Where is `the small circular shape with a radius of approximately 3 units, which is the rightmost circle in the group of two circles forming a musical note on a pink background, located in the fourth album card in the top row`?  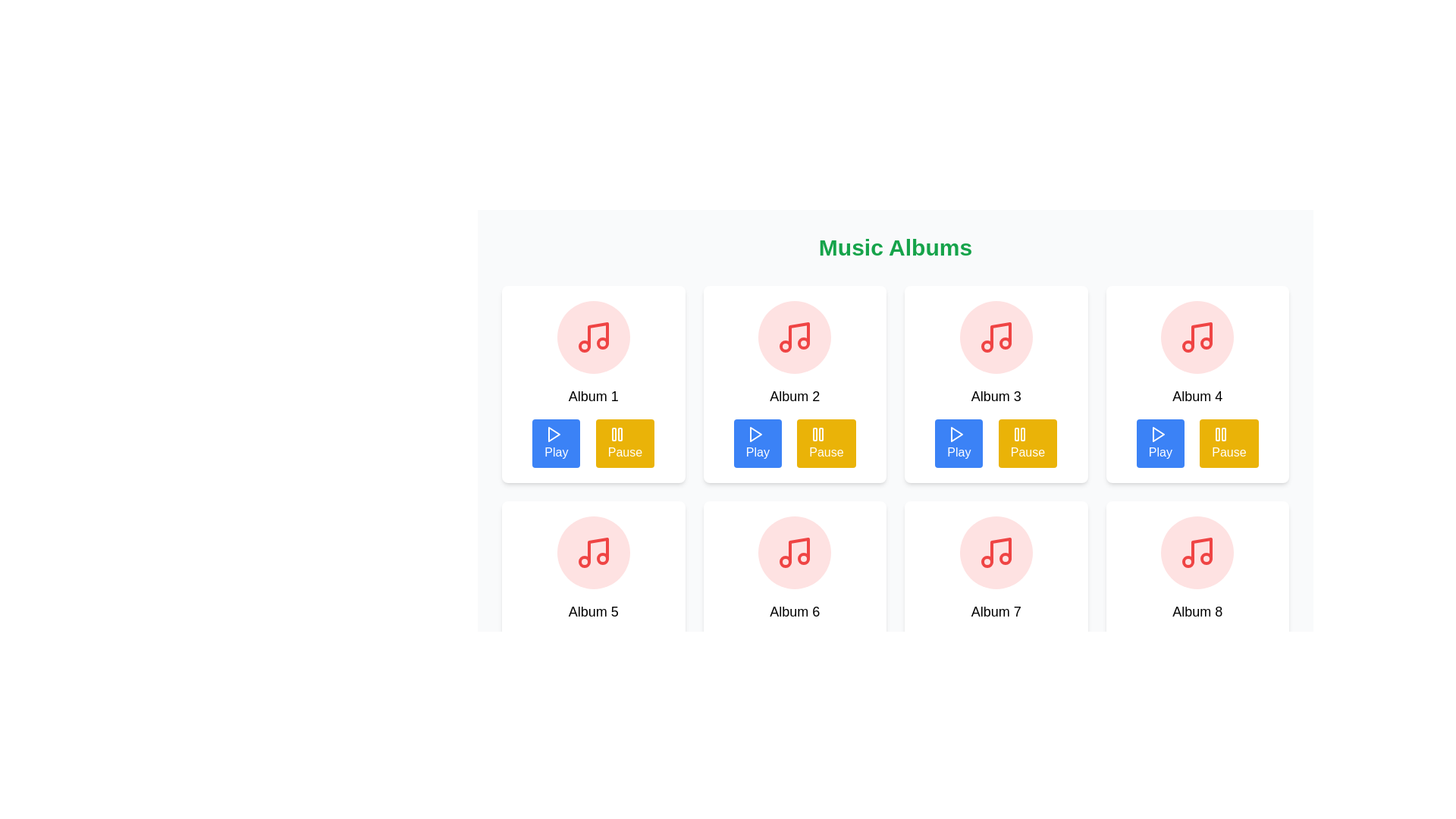
the small circular shape with a radius of approximately 3 units, which is the rightmost circle in the group of two circles forming a musical note on a pink background, located in the fourth album card in the top row is located at coordinates (1206, 343).